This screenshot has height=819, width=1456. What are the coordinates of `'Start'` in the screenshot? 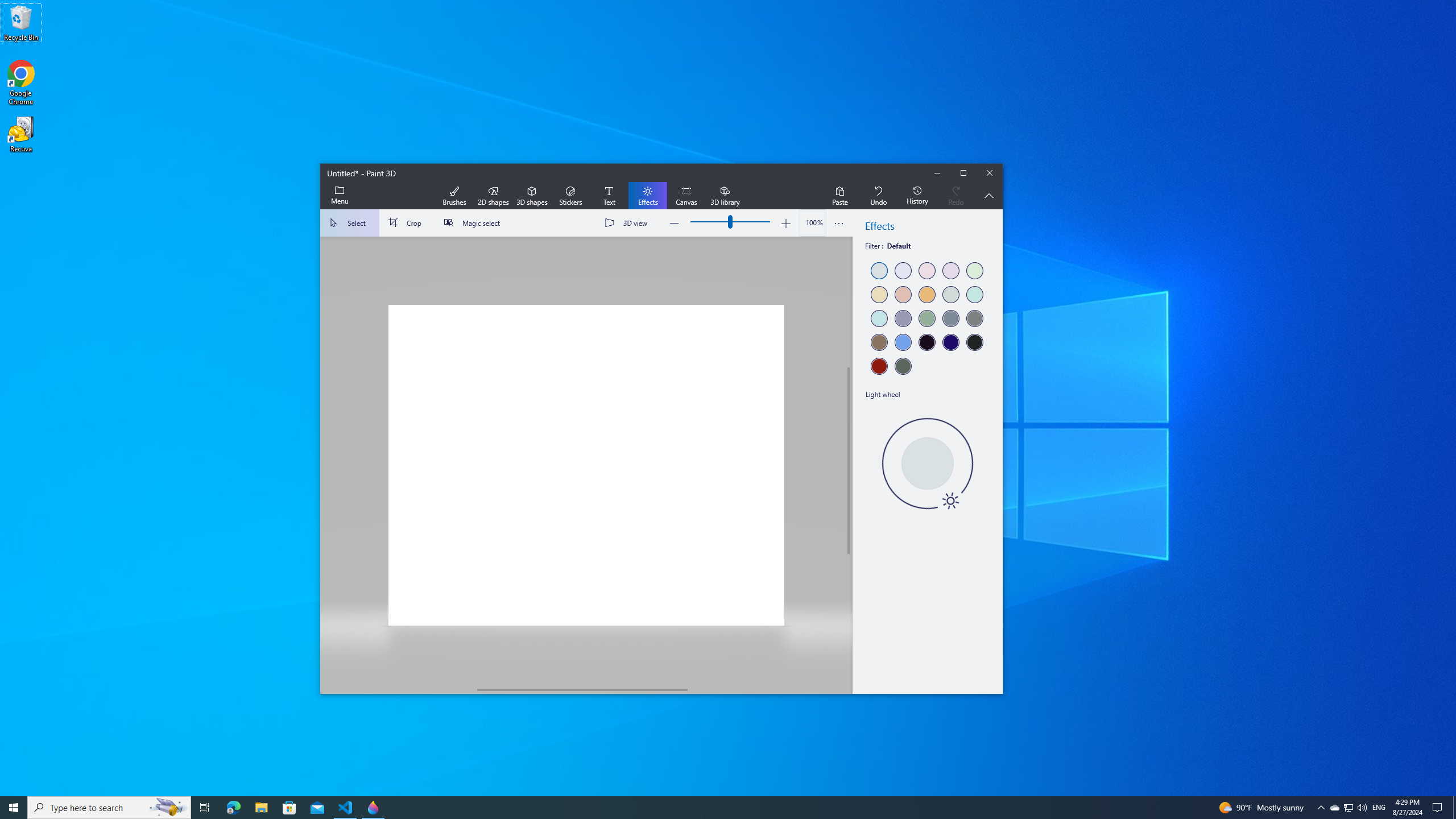 It's located at (14, 806).